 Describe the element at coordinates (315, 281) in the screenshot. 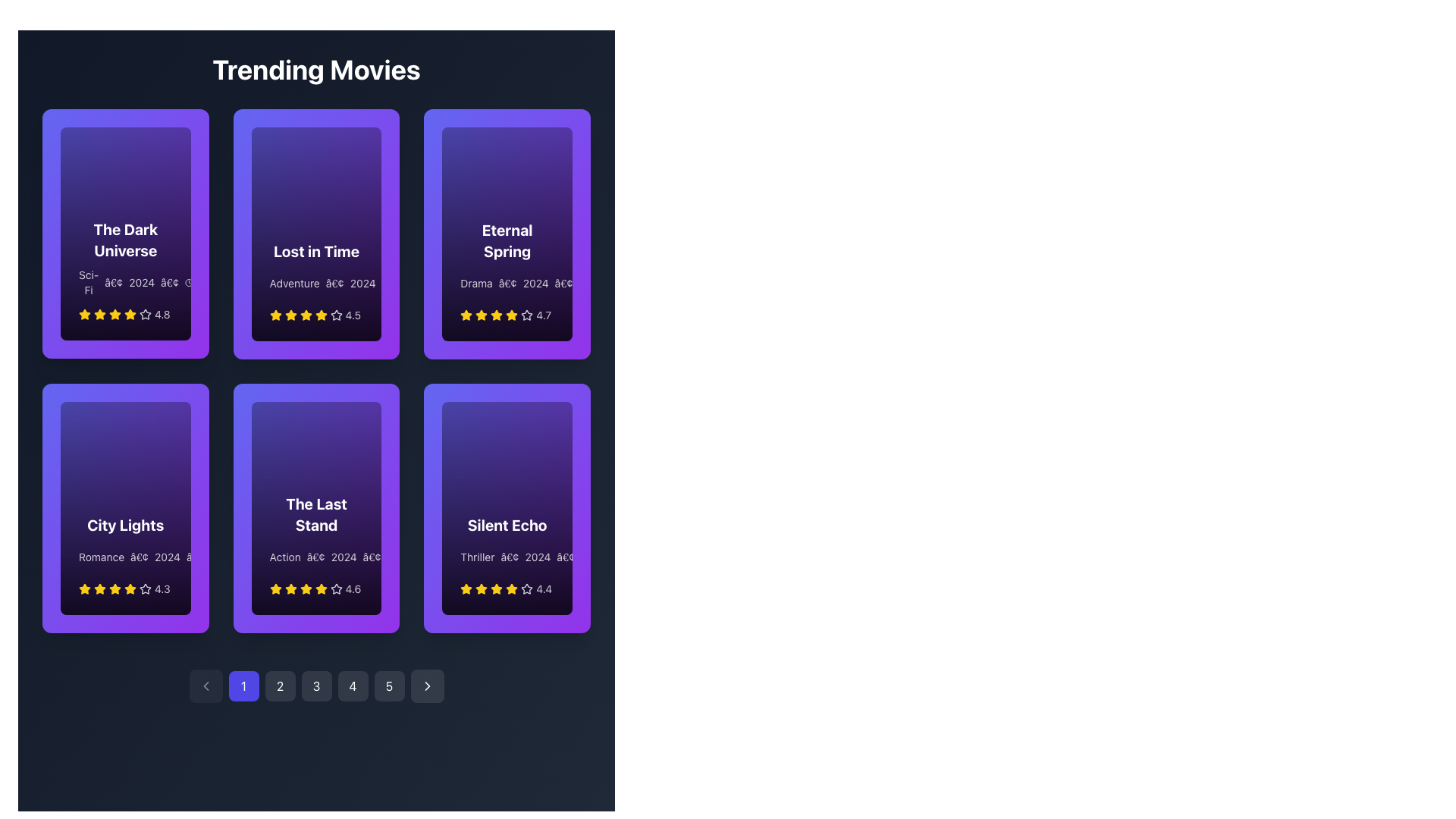

I see `the 'Lost in Time' text in the movie listing card` at that location.